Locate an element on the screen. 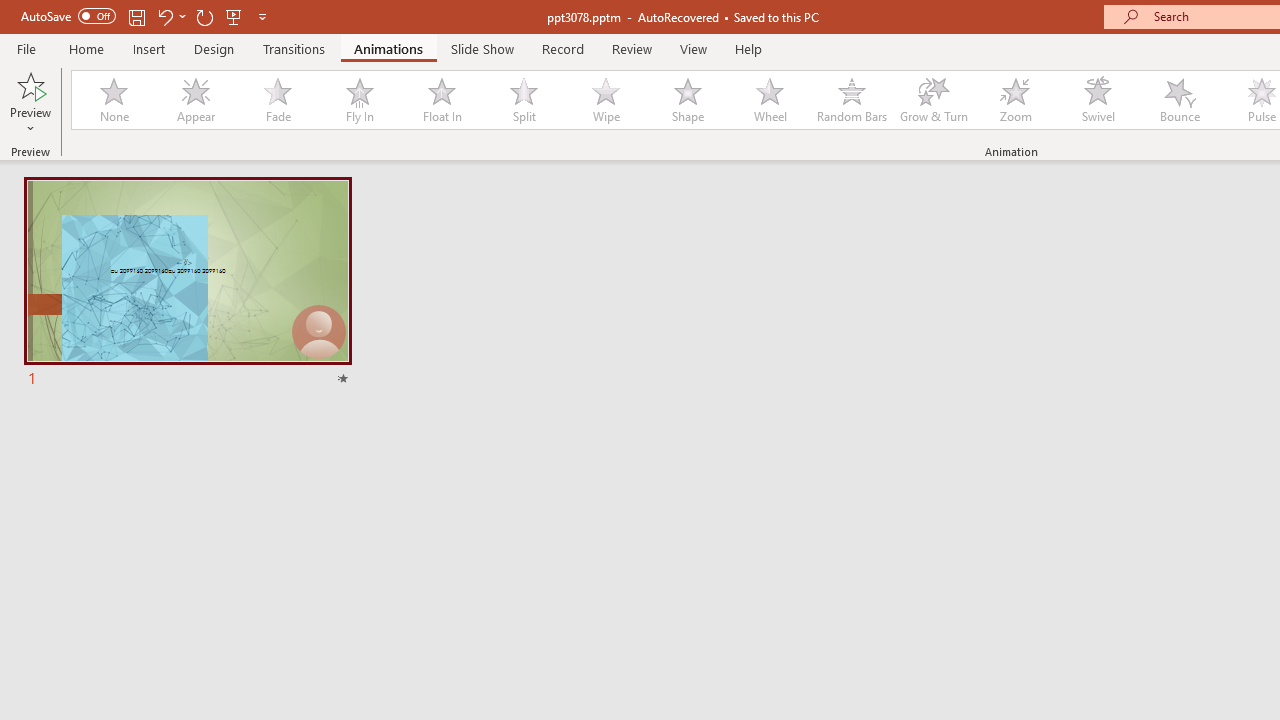 This screenshot has height=720, width=1280. 'Wheel' is located at coordinates (769, 100).